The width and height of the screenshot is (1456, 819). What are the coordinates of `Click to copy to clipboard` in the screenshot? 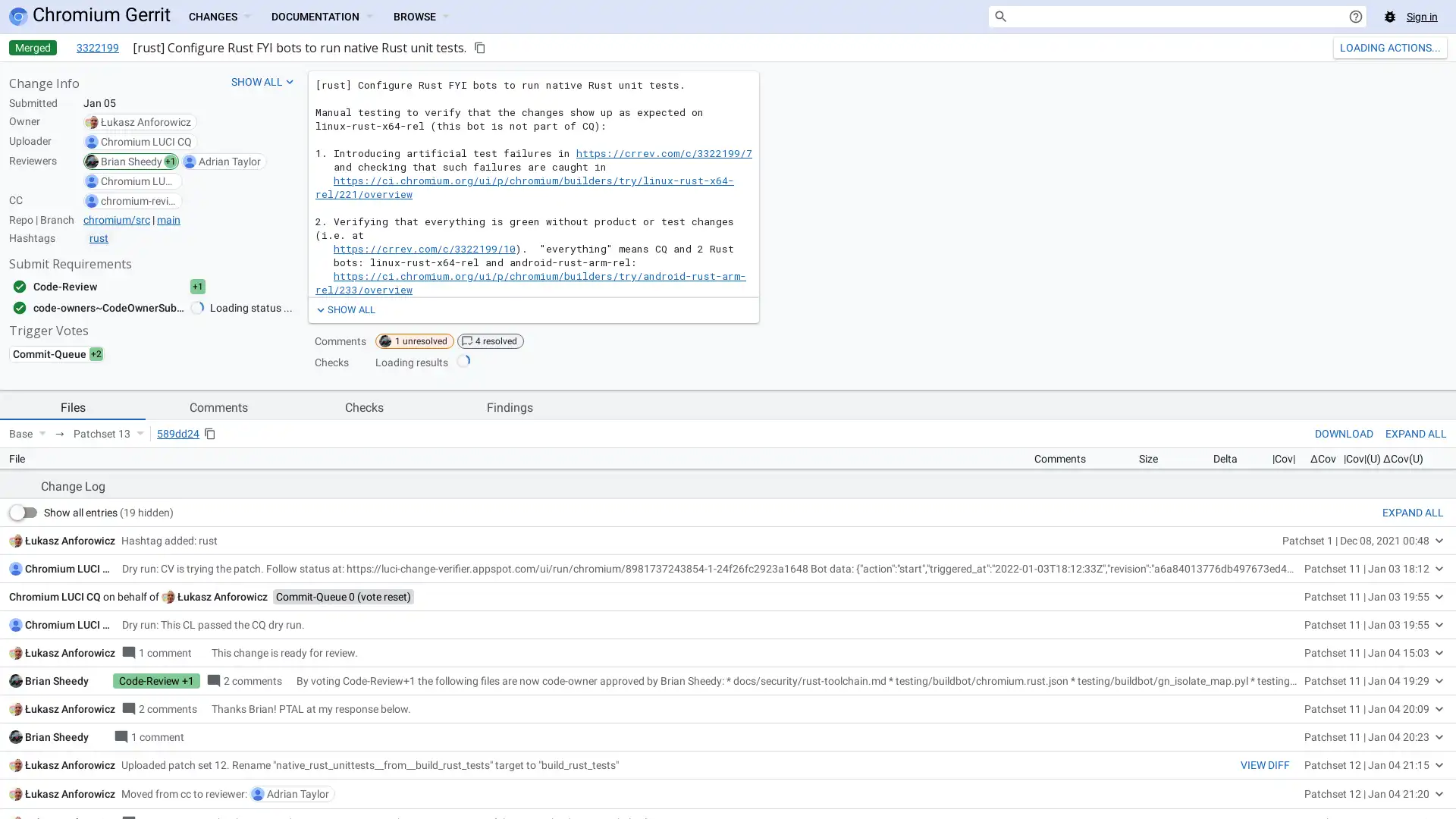 It's located at (479, 46).